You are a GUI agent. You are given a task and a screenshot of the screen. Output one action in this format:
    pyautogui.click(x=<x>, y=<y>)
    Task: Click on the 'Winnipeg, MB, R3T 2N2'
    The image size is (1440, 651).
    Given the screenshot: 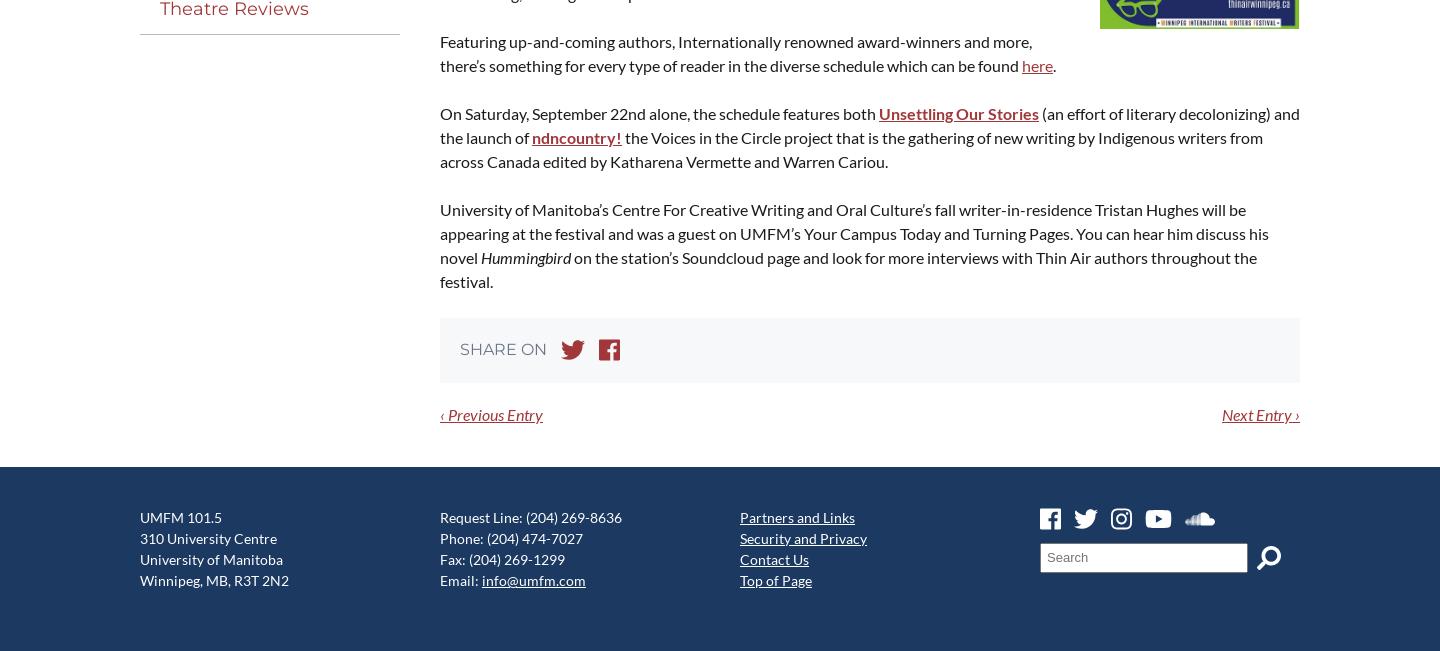 What is the action you would take?
    pyautogui.click(x=138, y=579)
    